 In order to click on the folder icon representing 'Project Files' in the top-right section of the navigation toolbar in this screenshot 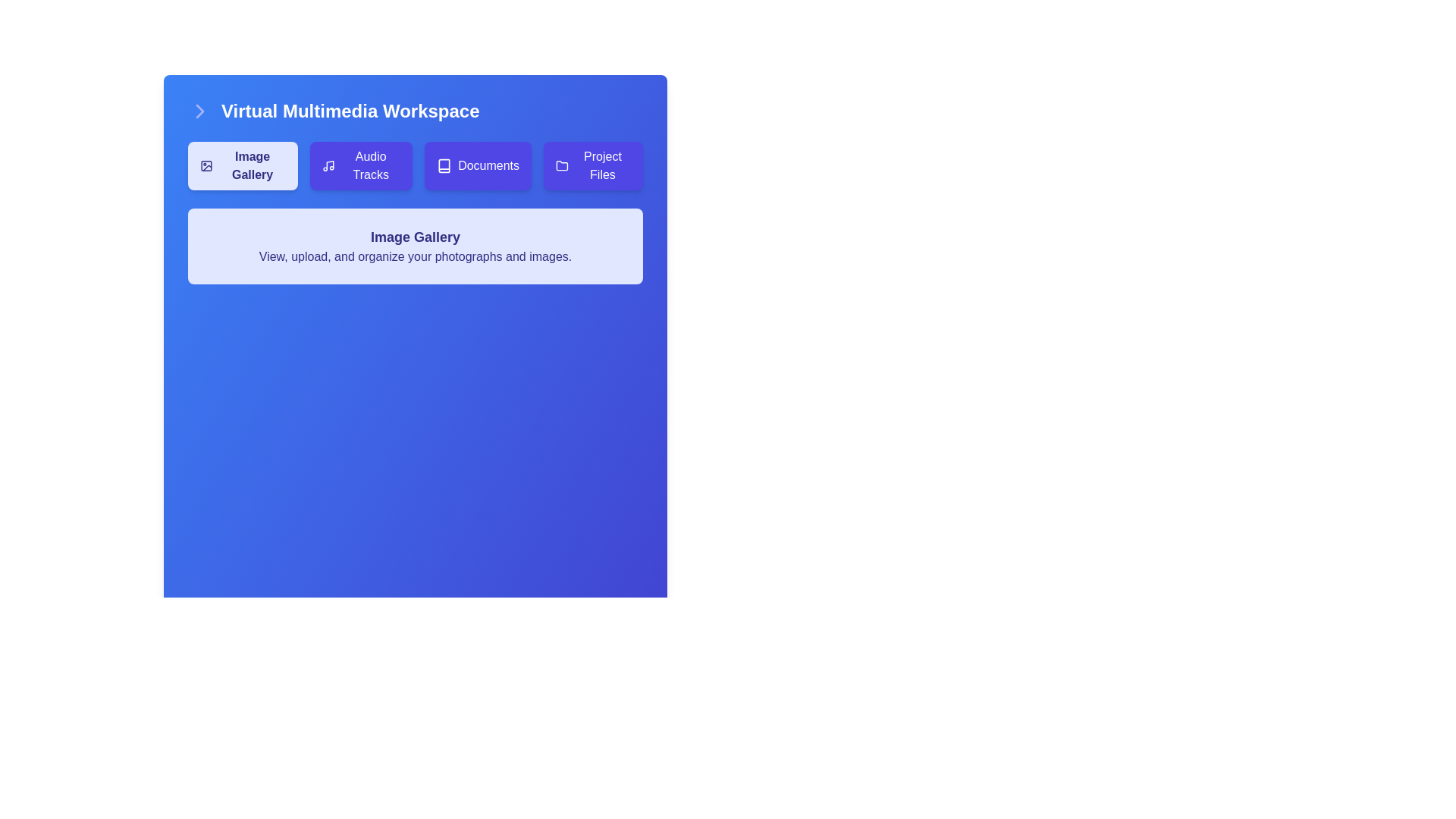, I will do `click(561, 165)`.